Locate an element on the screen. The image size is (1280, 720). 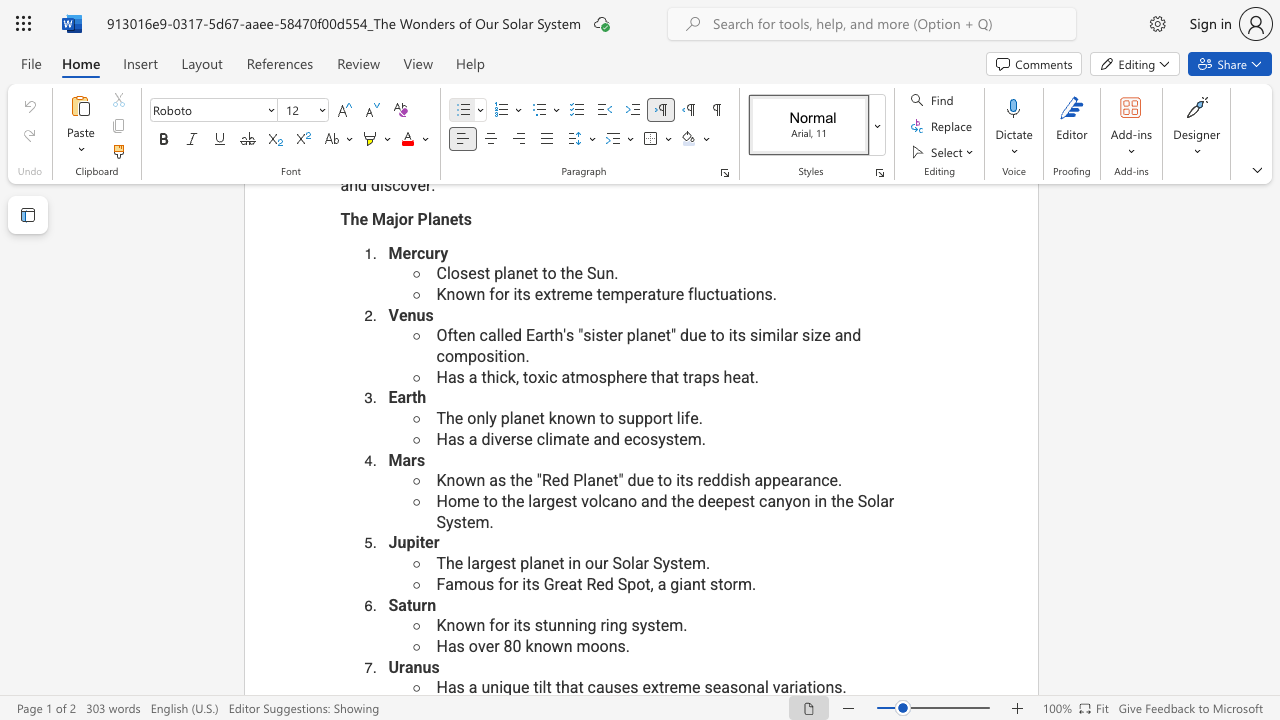
the 1th character "g" in the text is located at coordinates (550, 500).